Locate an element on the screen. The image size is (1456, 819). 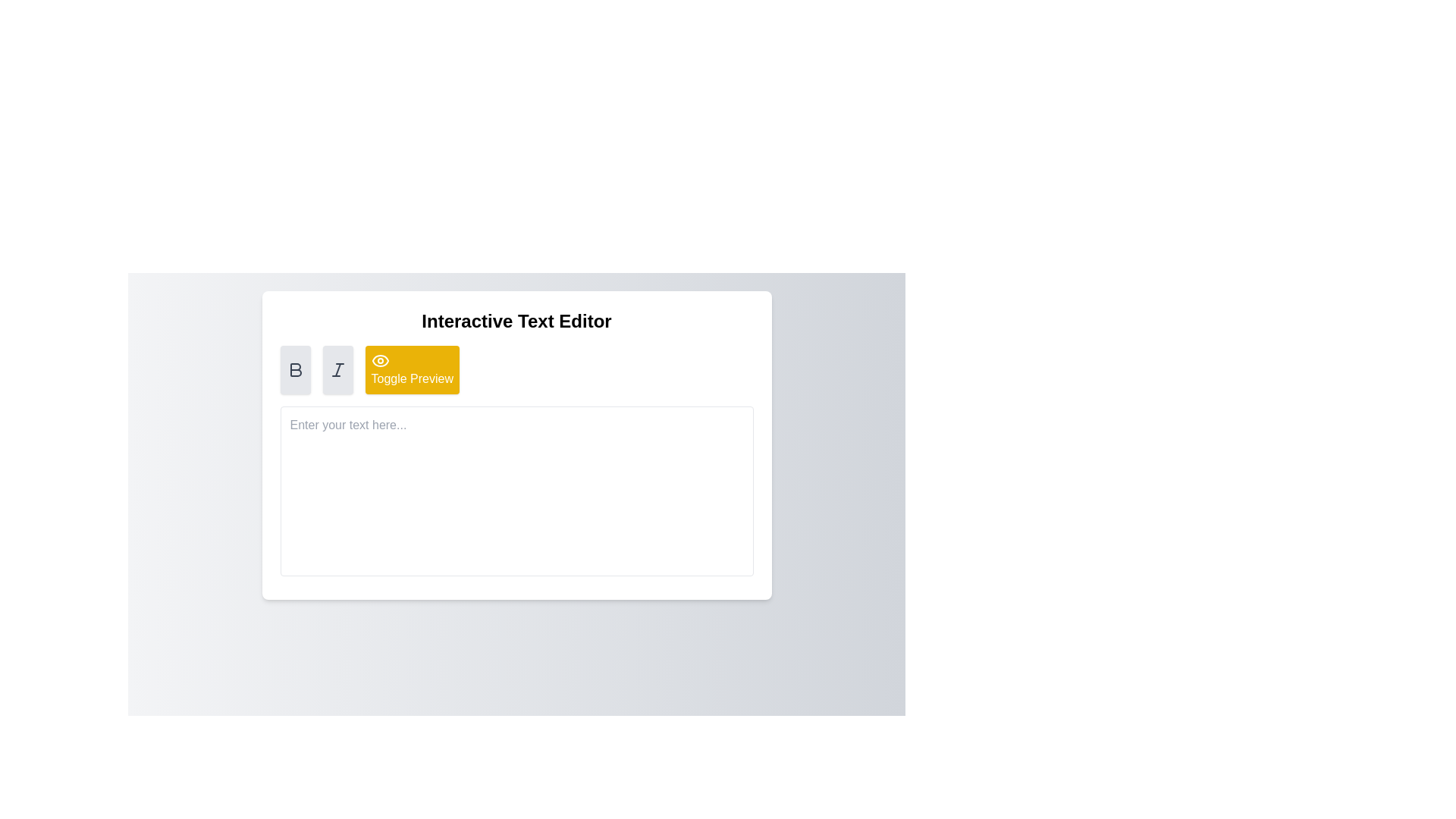
the 'Toggle Preview' button with a yellow background and white text is located at coordinates (412, 370).